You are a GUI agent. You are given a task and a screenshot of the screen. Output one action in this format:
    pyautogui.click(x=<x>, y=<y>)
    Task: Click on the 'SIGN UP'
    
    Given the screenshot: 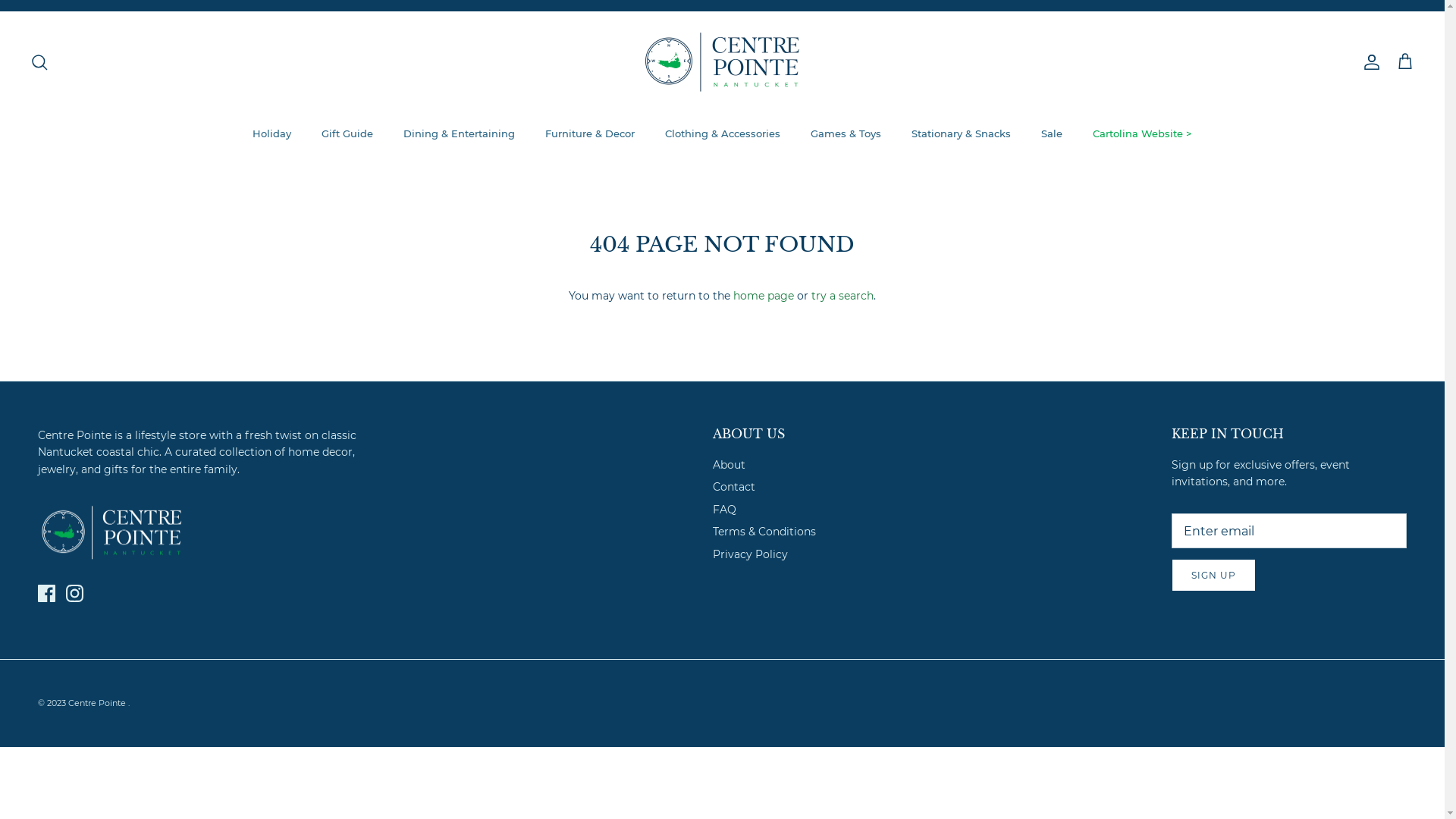 What is the action you would take?
    pyautogui.click(x=1213, y=575)
    